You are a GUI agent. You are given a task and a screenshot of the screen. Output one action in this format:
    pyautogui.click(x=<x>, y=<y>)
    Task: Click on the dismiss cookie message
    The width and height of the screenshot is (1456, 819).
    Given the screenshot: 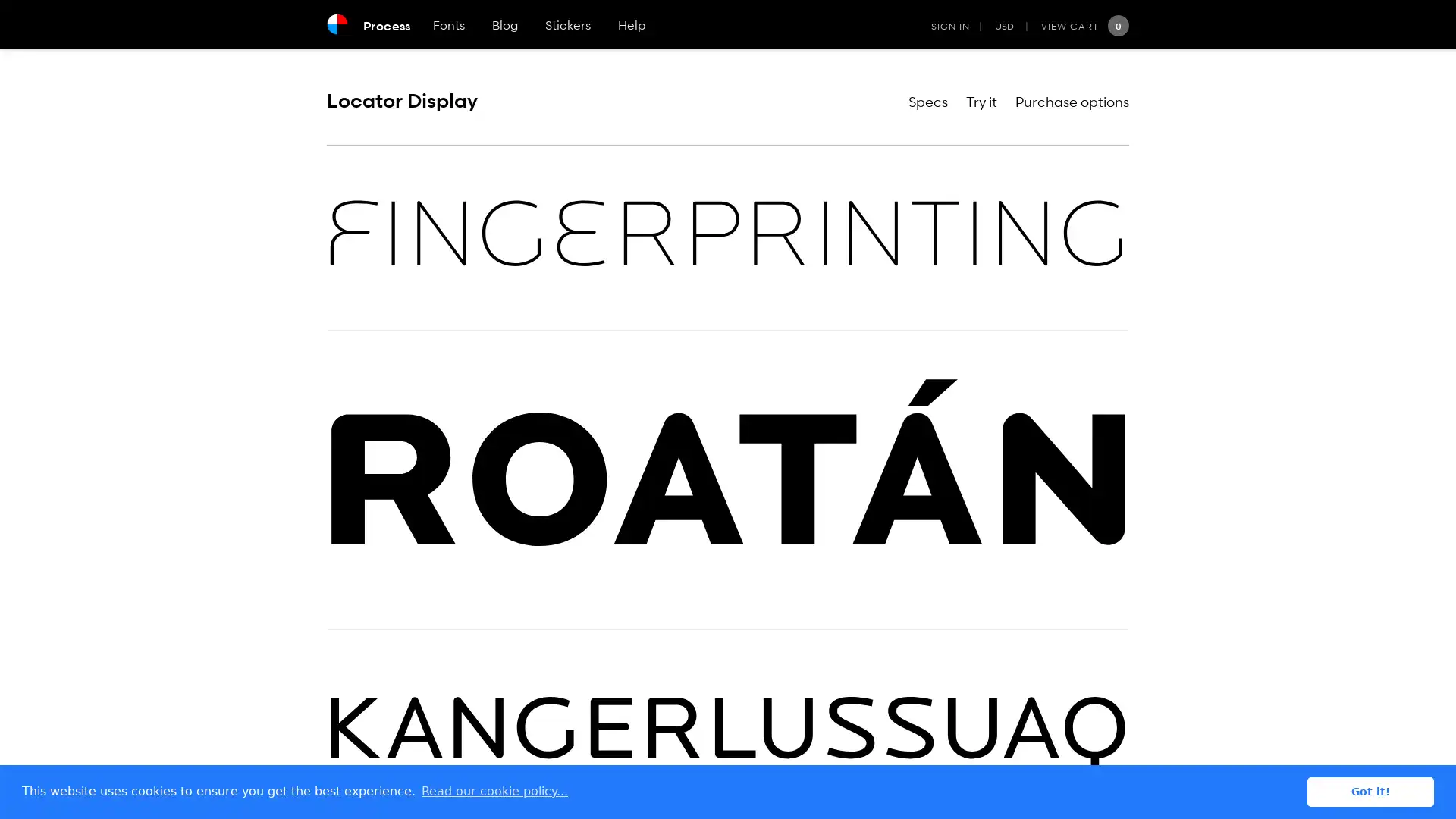 What is the action you would take?
    pyautogui.click(x=1370, y=791)
    